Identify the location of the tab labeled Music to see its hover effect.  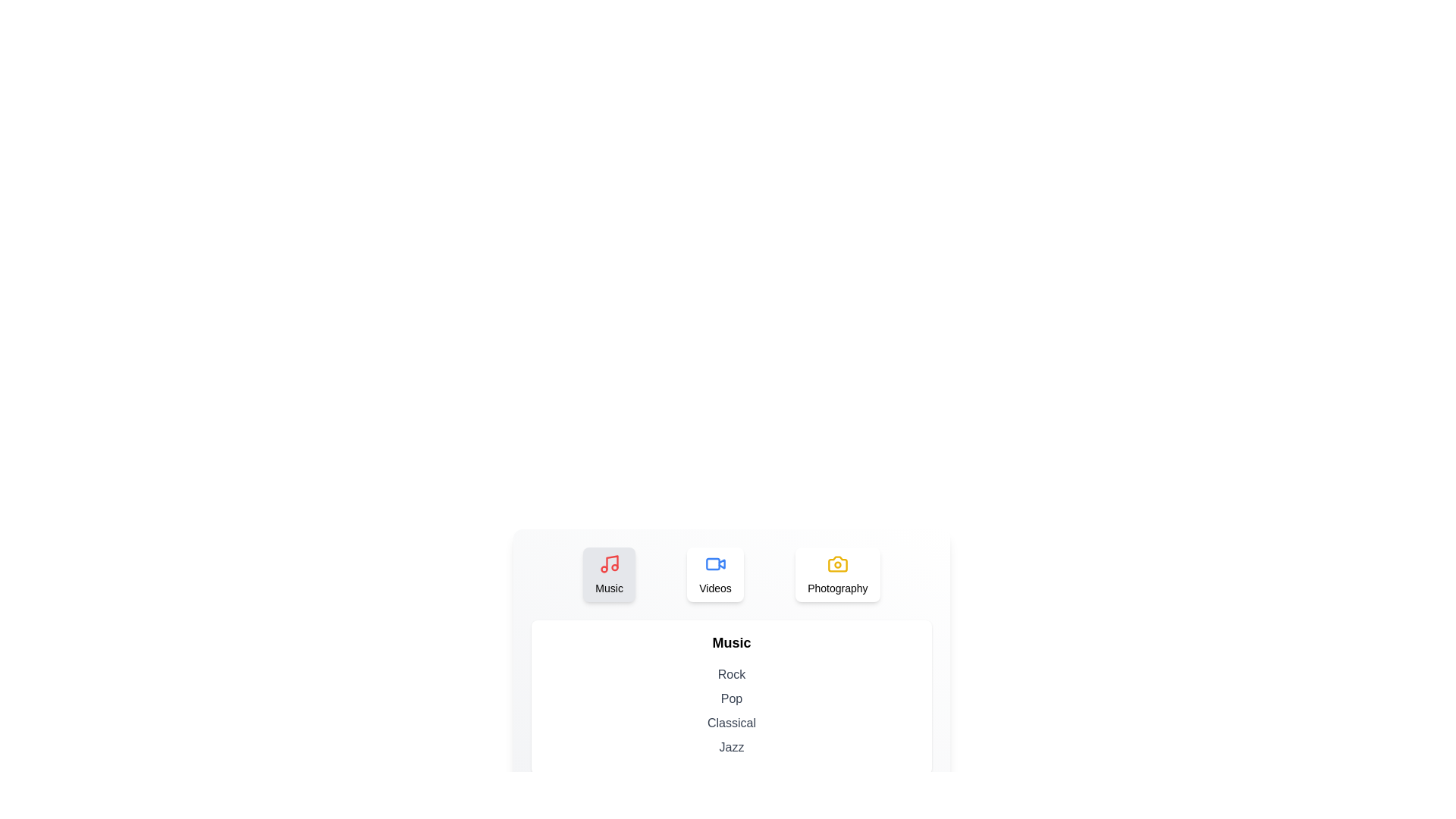
(609, 575).